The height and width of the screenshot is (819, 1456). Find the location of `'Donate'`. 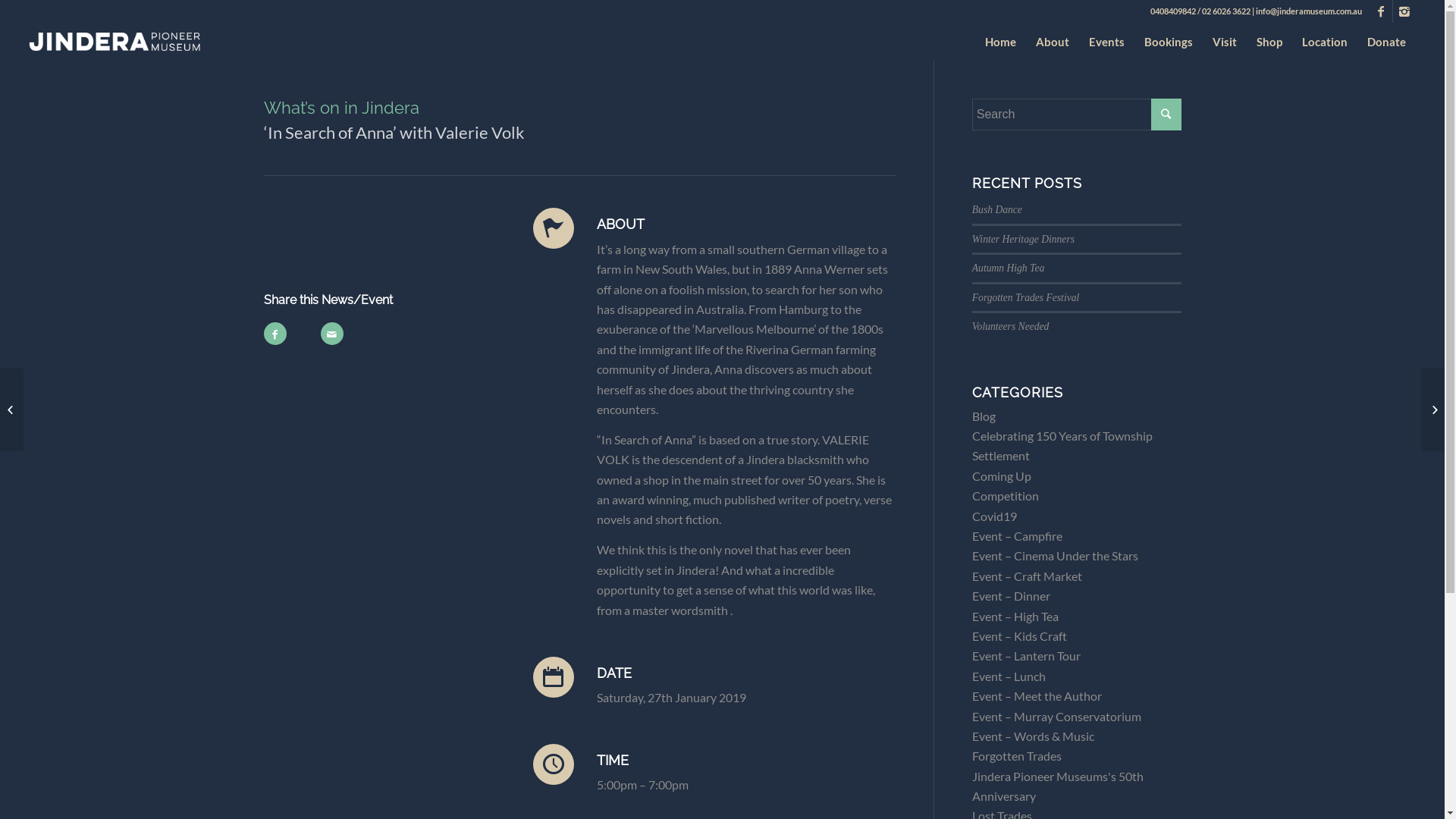

'Donate' is located at coordinates (1386, 40).